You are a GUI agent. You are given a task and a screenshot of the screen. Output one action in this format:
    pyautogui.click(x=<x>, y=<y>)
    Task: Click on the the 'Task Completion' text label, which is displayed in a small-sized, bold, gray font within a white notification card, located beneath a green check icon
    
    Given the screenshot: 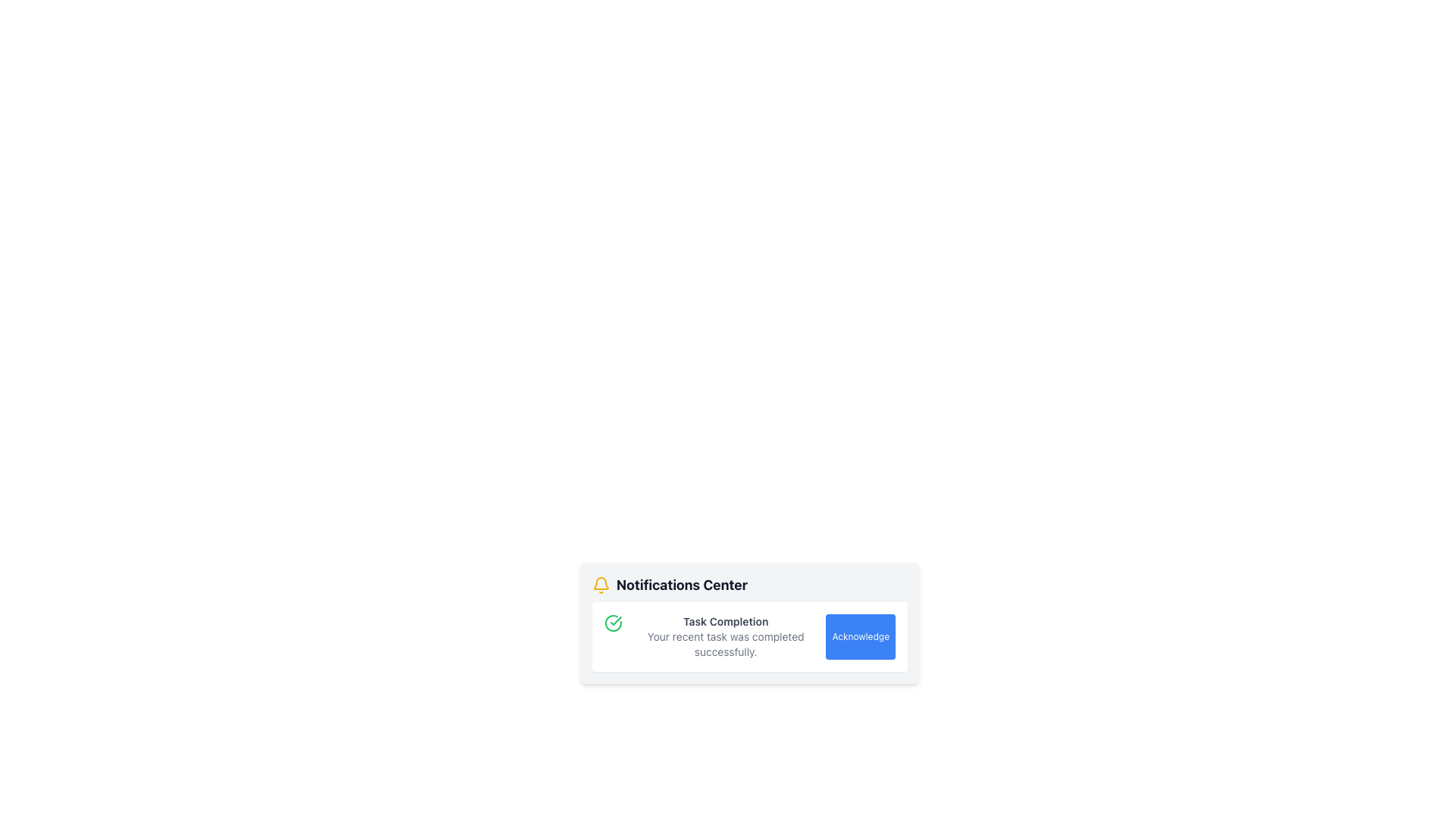 What is the action you would take?
    pyautogui.click(x=725, y=622)
    